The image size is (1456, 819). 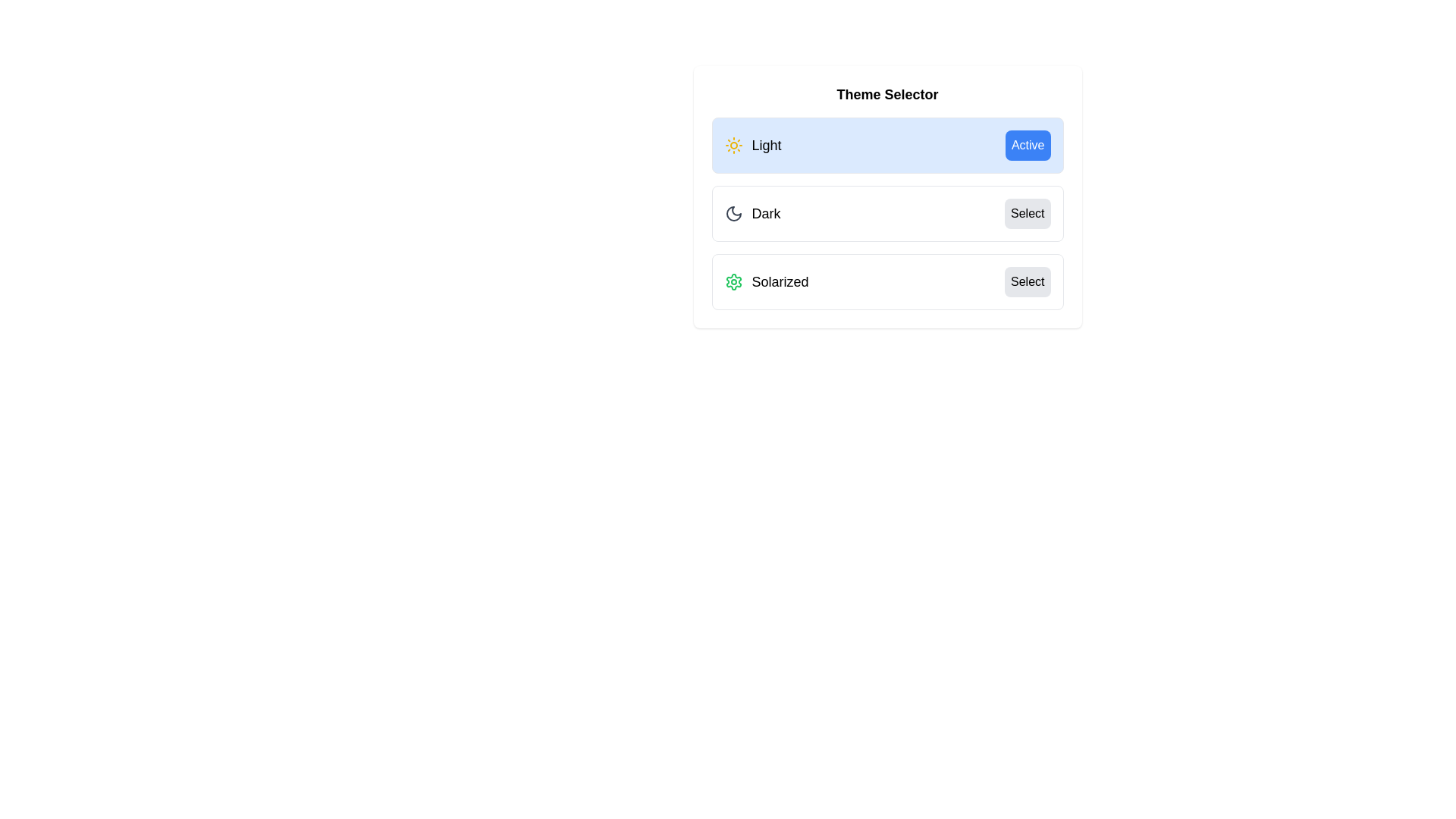 What do you see at coordinates (733, 213) in the screenshot?
I see `the icon next to Dark theme` at bounding box center [733, 213].